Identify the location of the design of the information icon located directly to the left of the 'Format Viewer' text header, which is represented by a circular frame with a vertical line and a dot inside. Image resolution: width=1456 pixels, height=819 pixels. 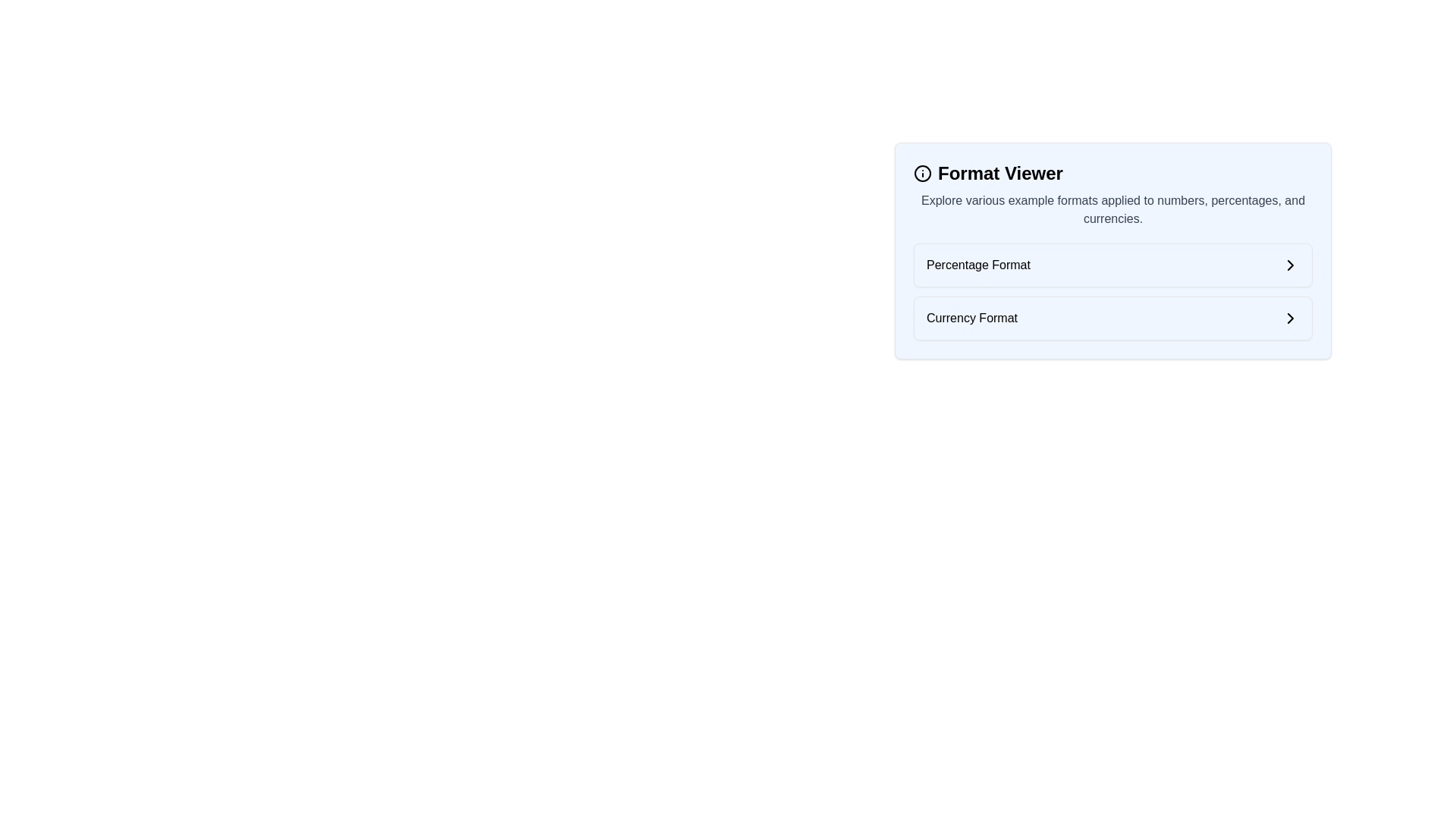
(922, 172).